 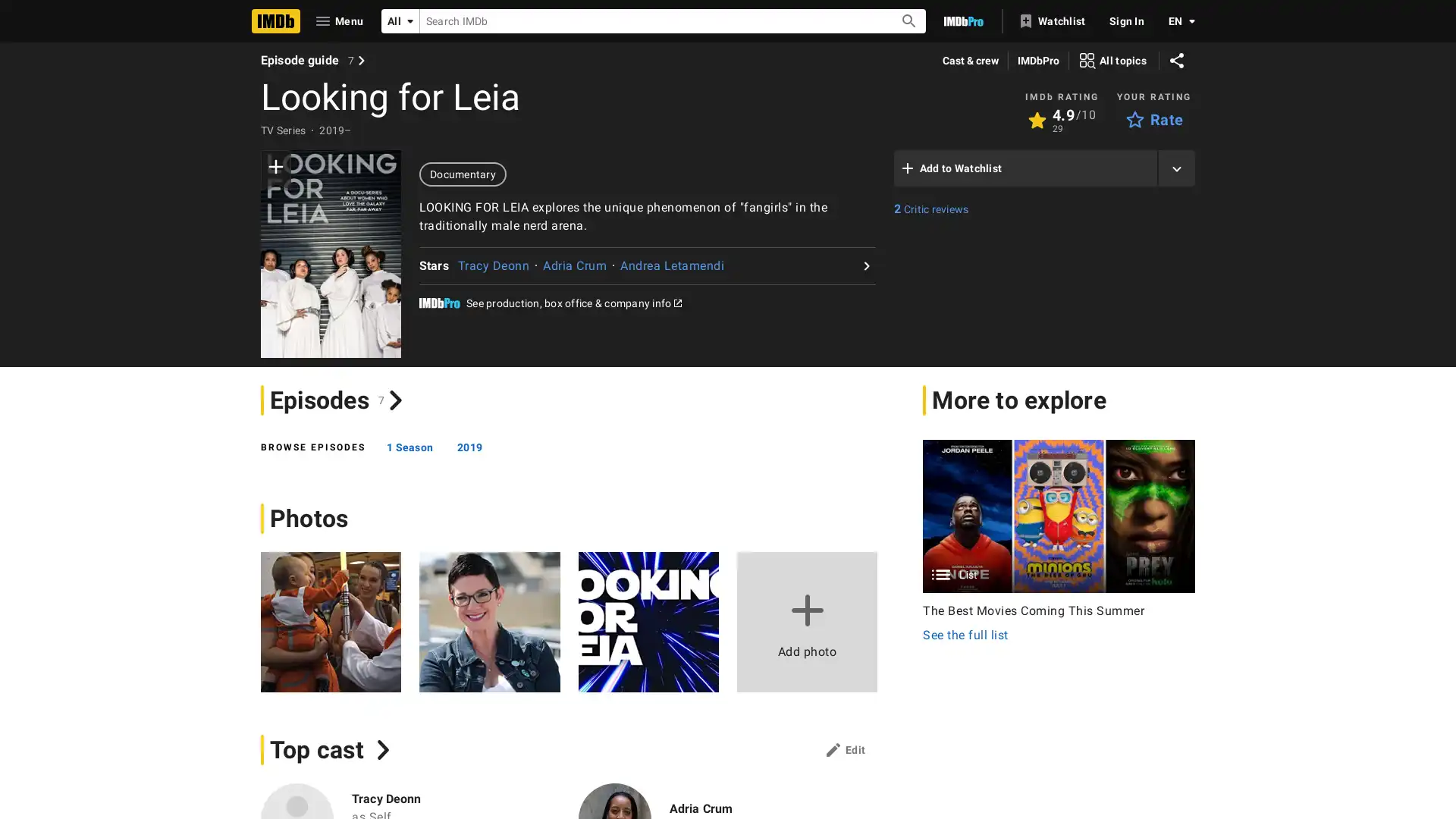 I want to click on Submit Search, so click(x=909, y=20).